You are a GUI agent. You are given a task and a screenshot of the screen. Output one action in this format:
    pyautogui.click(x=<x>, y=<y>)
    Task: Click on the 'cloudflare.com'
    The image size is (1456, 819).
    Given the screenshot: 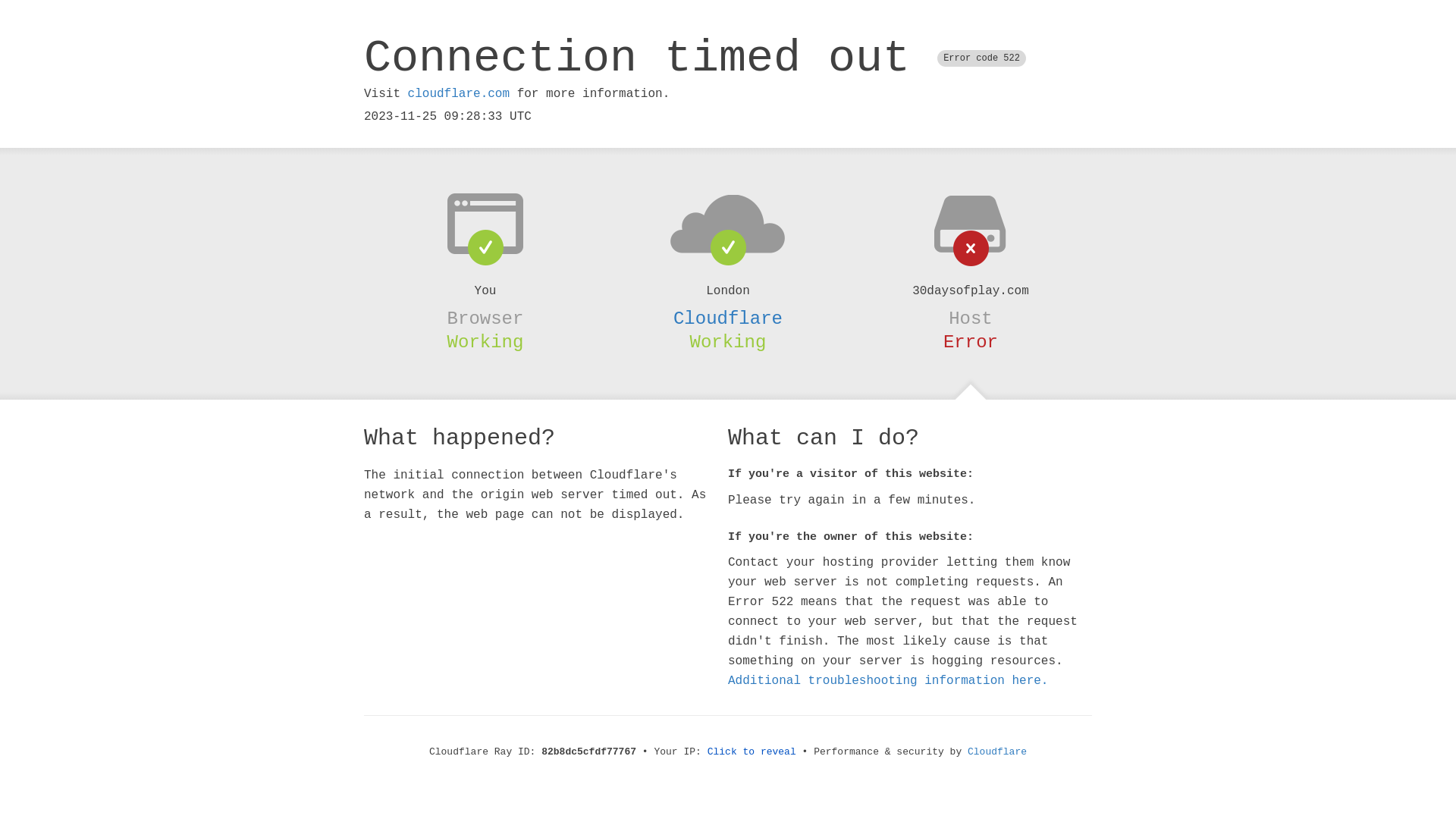 What is the action you would take?
    pyautogui.click(x=457, y=93)
    